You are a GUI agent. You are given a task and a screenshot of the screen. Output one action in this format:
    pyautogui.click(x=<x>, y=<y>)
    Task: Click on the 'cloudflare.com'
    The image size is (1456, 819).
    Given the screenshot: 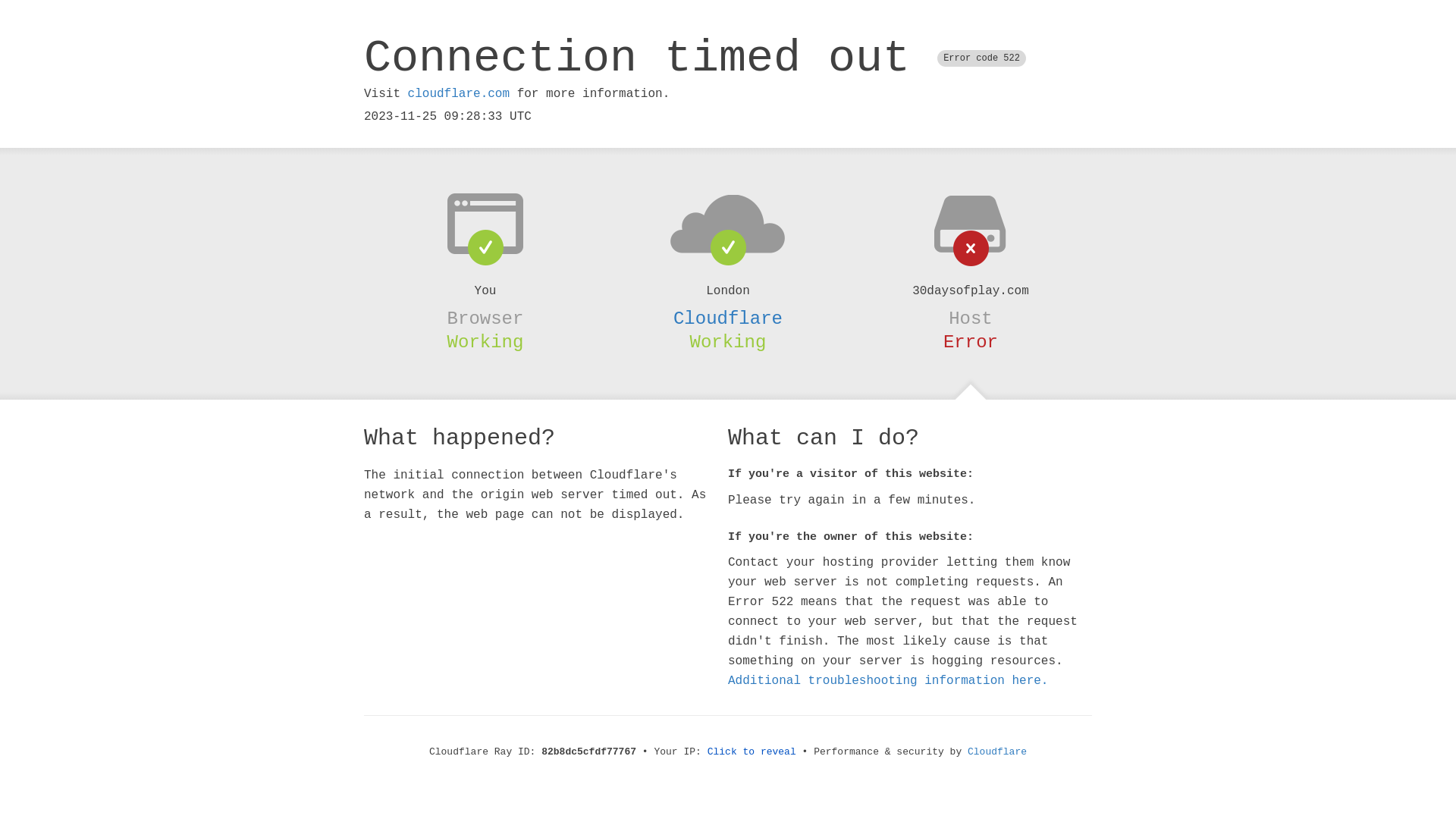 What is the action you would take?
    pyautogui.click(x=457, y=93)
    